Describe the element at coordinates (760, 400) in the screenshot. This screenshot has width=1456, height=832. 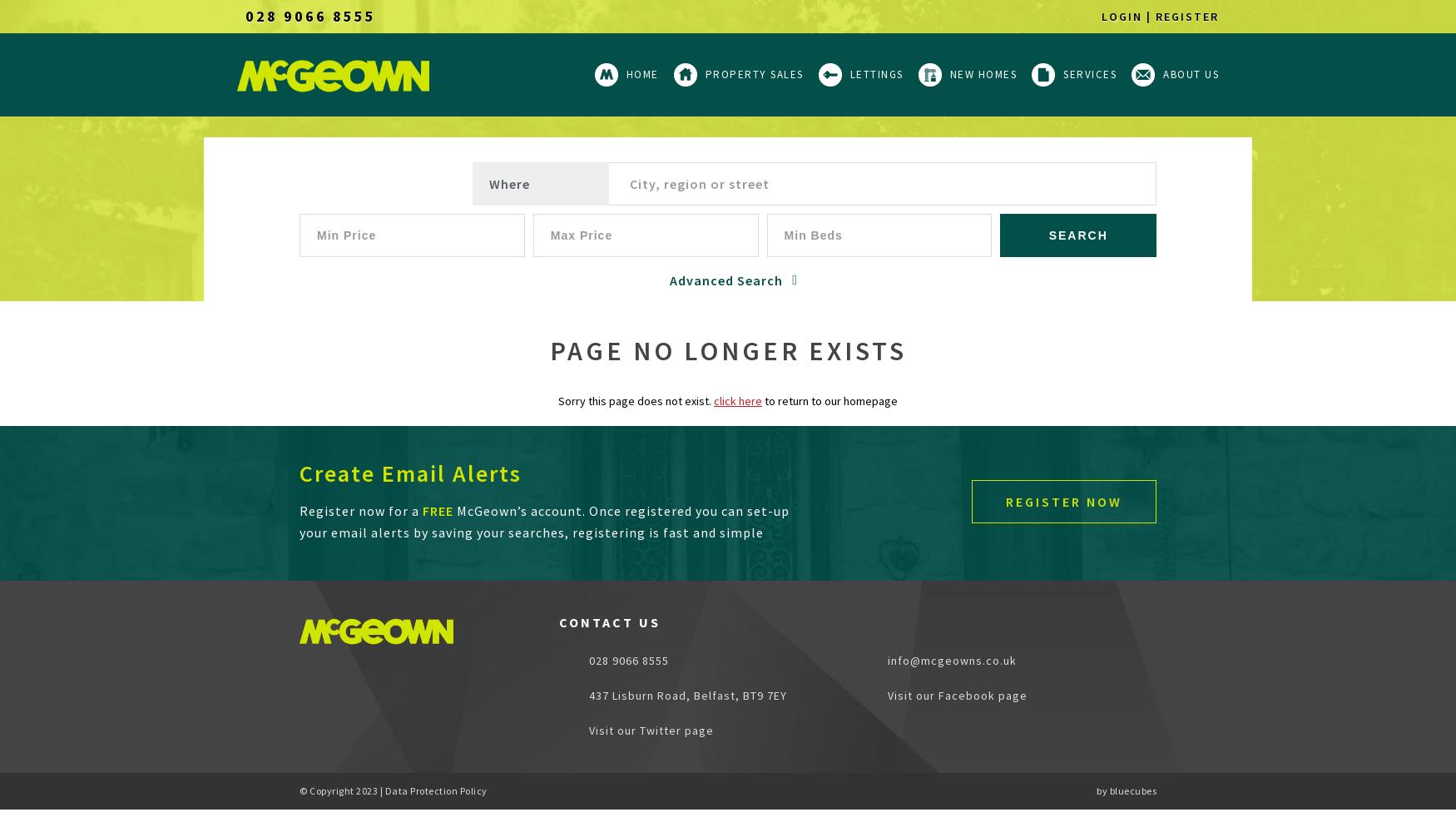
I see `'to return to our homepage'` at that location.